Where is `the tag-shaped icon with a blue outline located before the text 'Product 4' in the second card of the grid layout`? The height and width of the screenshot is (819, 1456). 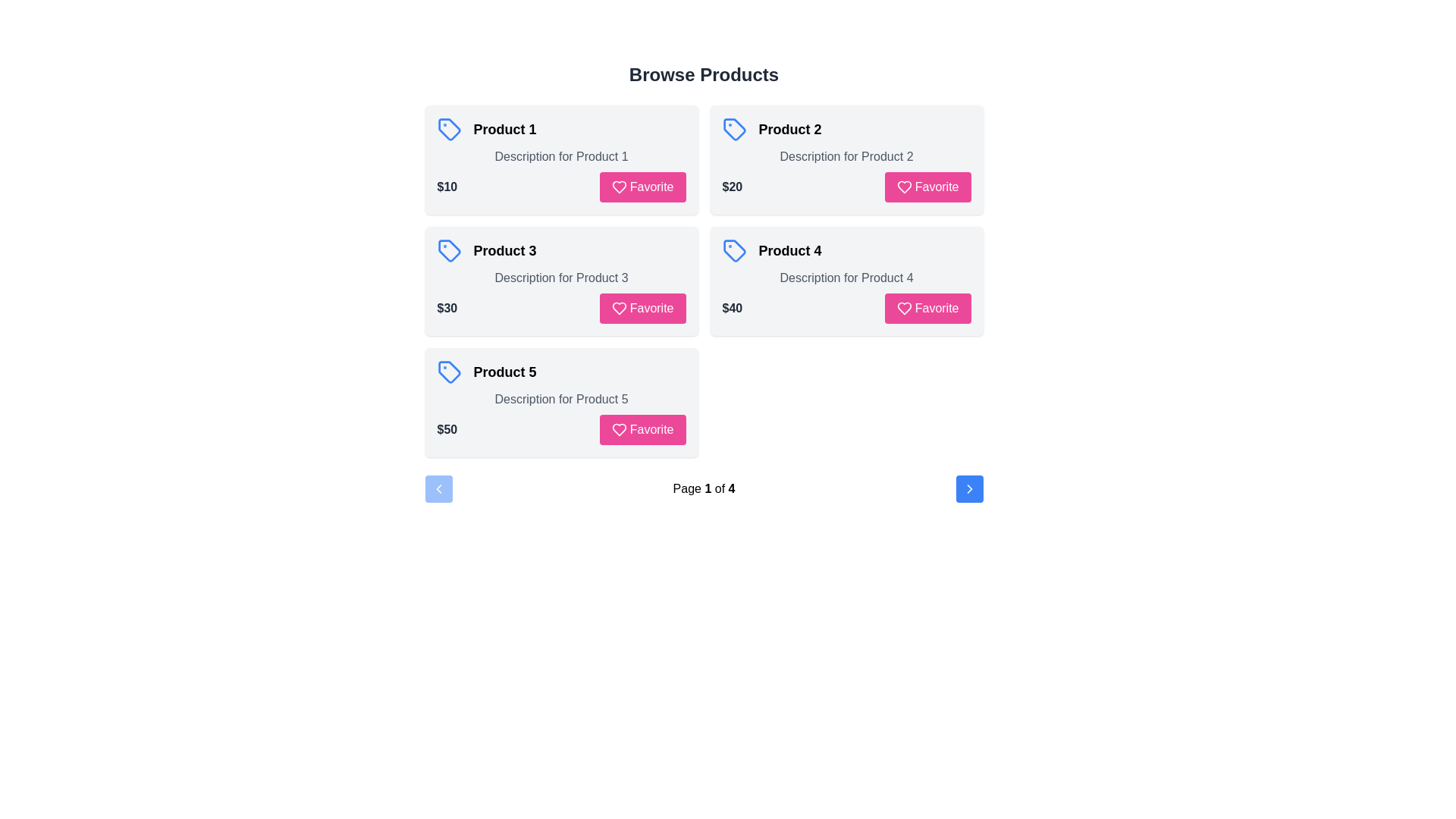
the tag-shaped icon with a blue outline located before the text 'Product 4' in the second card of the grid layout is located at coordinates (734, 250).